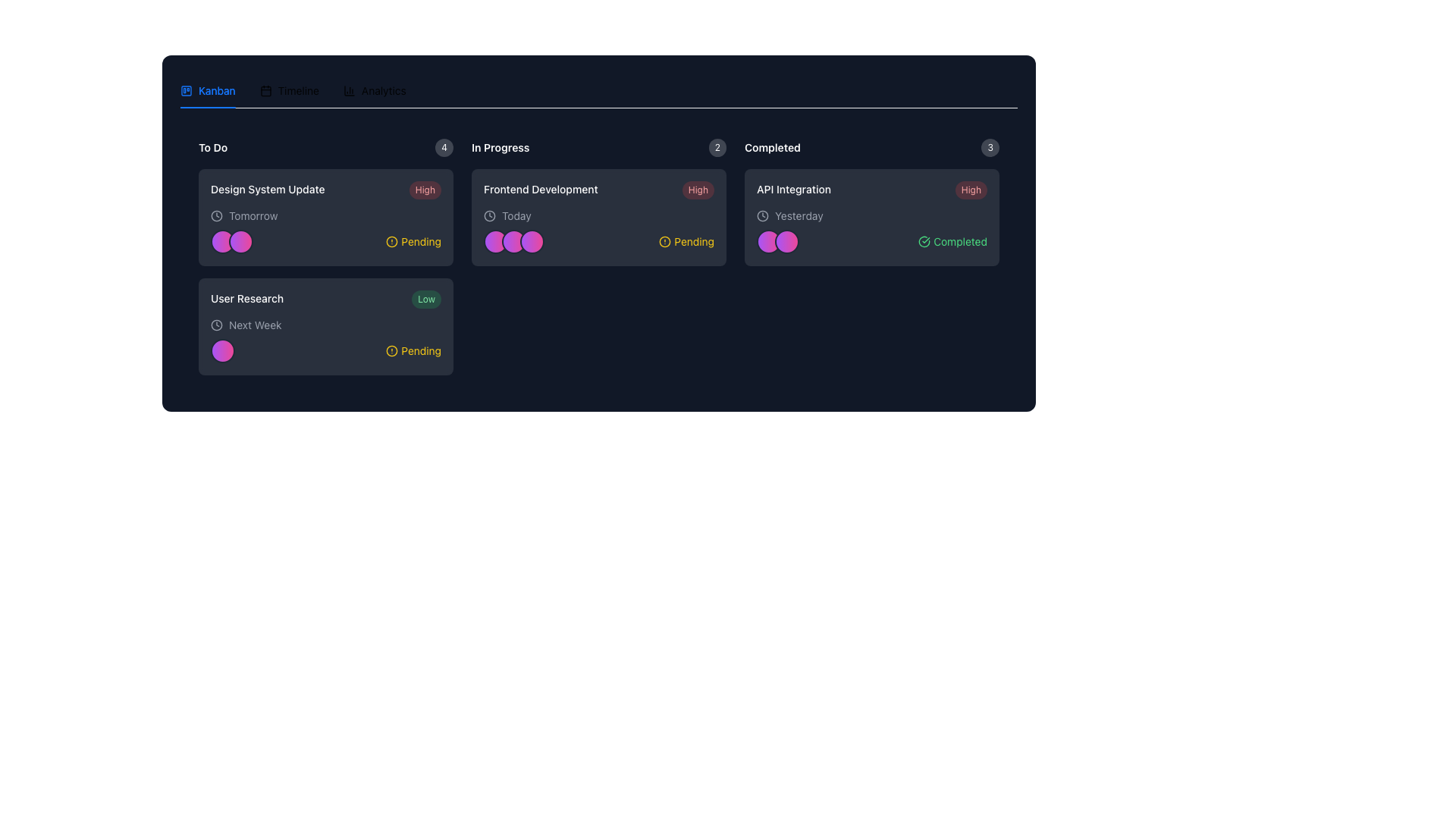  What do you see at coordinates (990, 148) in the screenshot?
I see `the badge that displays the numerical count of items in the 'Completed' section, located in the top-right corner aligned with the section's label` at bounding box center [990, 148].